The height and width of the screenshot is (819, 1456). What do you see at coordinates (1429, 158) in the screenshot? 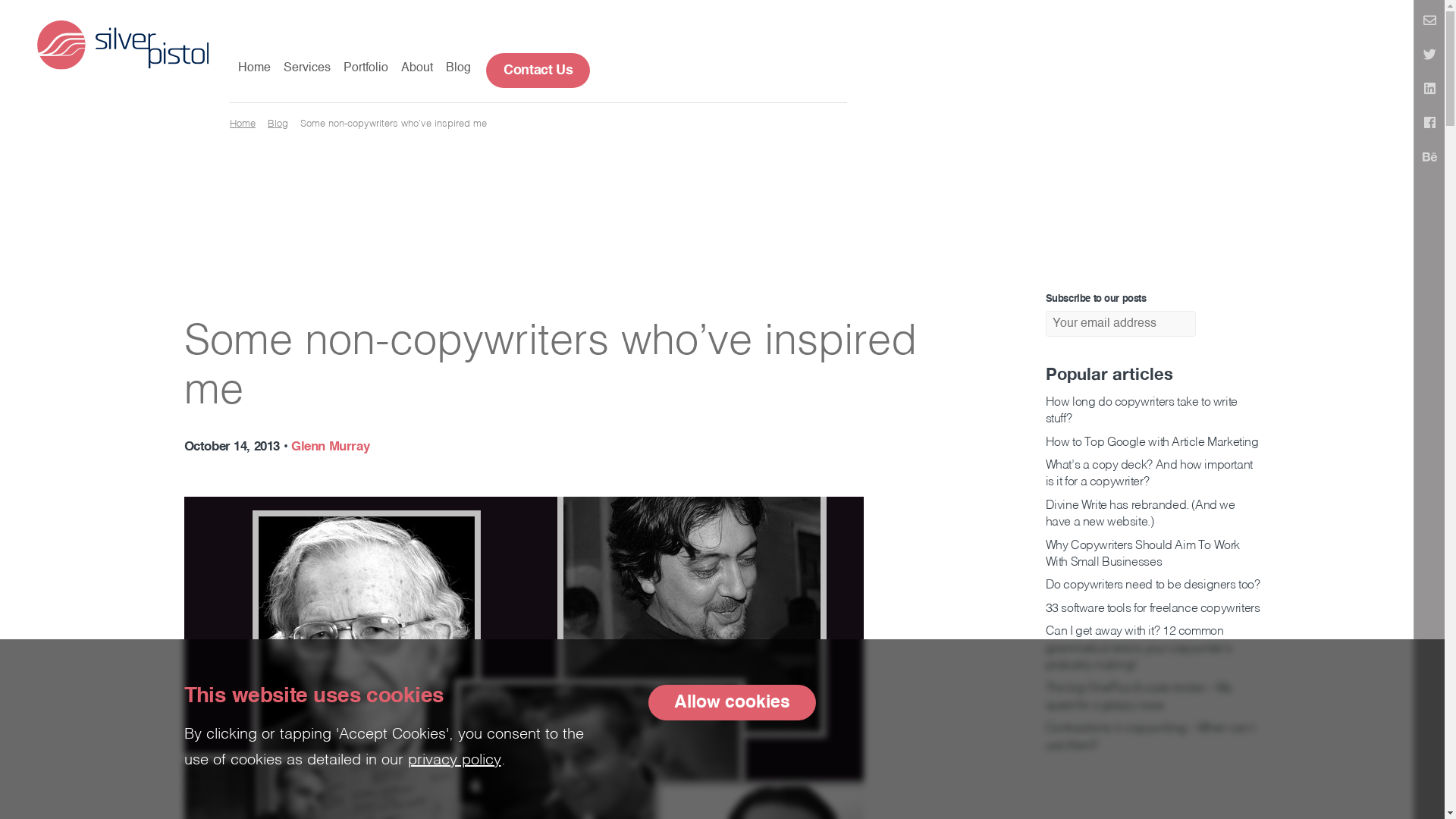
I see `'See us on Behance'` at bounding box center [1429, 158].